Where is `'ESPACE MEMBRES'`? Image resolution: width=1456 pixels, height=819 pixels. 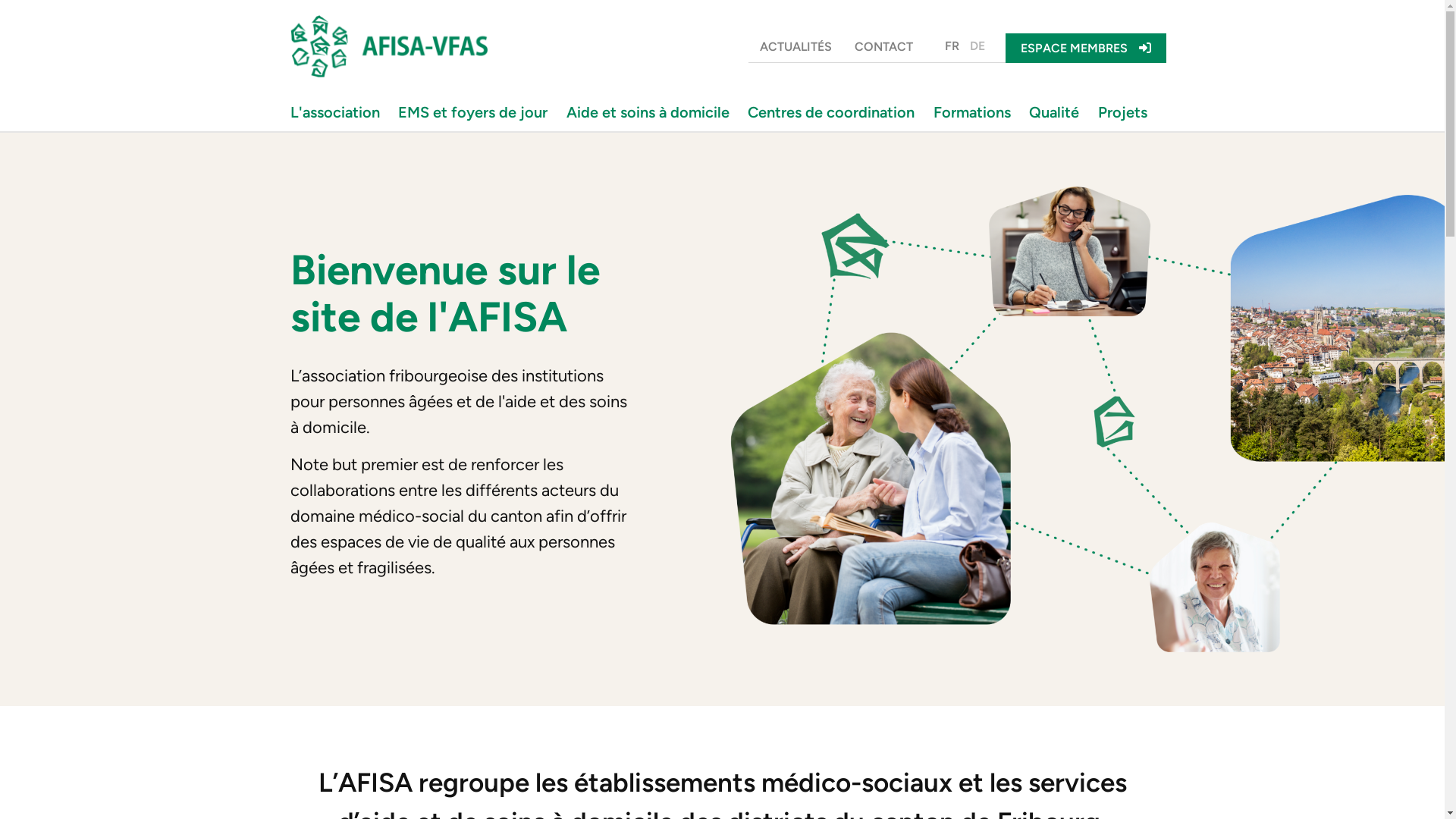
'ESPACE MEMBRES' is located at coordinates (1005, 47).